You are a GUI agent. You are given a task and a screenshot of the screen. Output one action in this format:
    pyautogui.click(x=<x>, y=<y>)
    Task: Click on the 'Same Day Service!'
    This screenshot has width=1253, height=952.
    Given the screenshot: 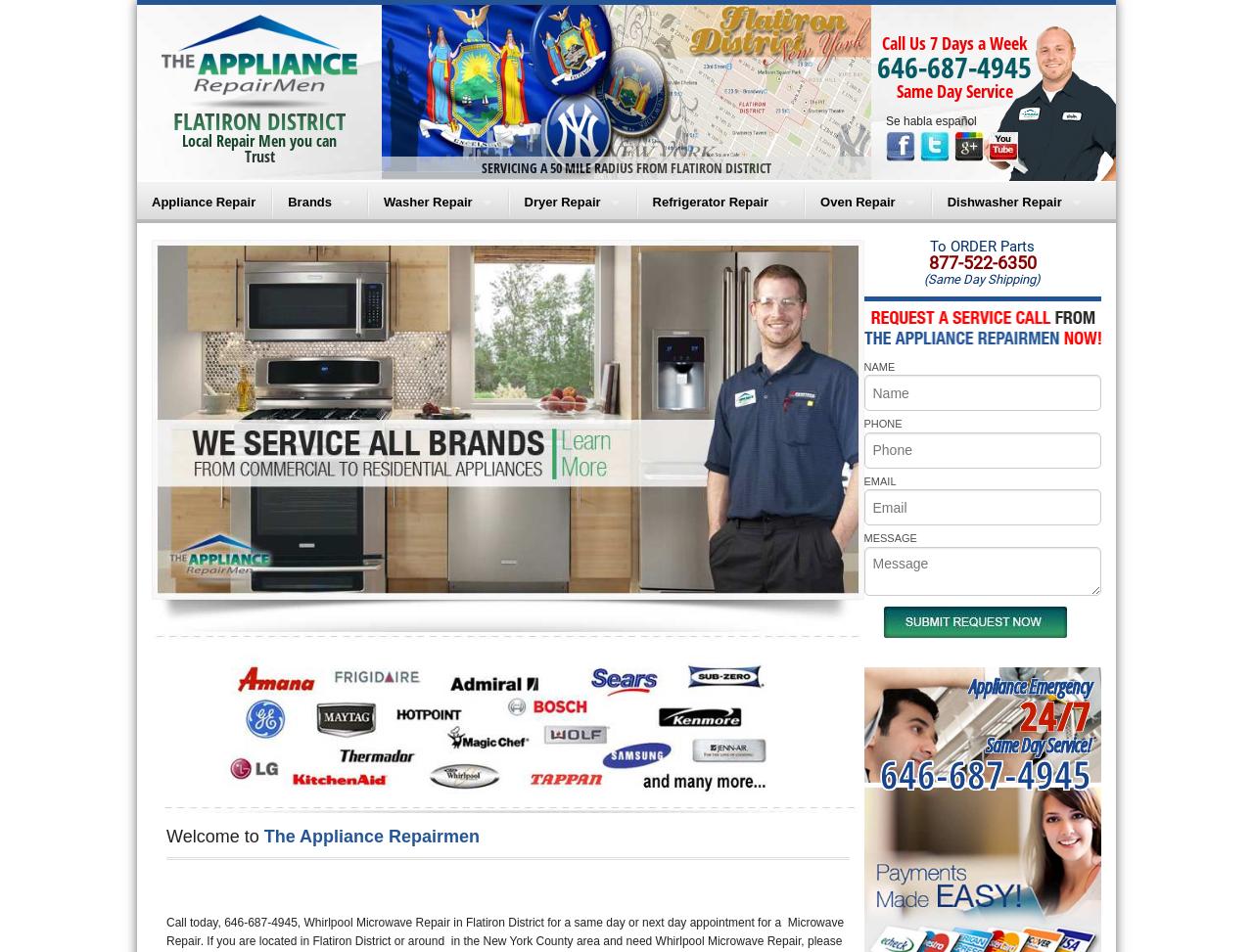 What is the action you would take?
    pyautogui.click(x=1037, y=744)
    